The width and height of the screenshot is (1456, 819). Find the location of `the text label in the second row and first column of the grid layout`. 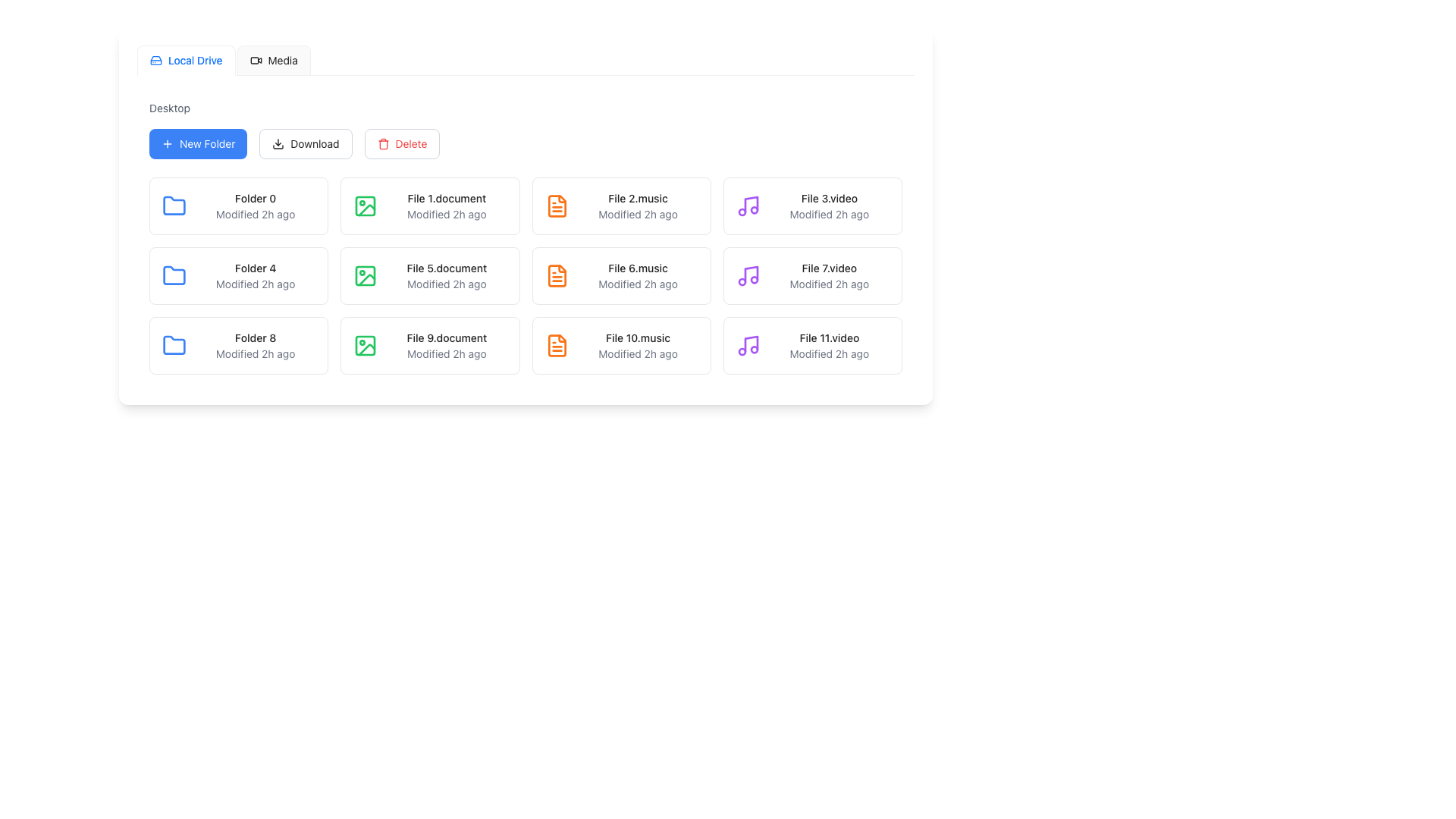

the text label in the second row and first column of the grid layout is located at coordinates (256, 268).